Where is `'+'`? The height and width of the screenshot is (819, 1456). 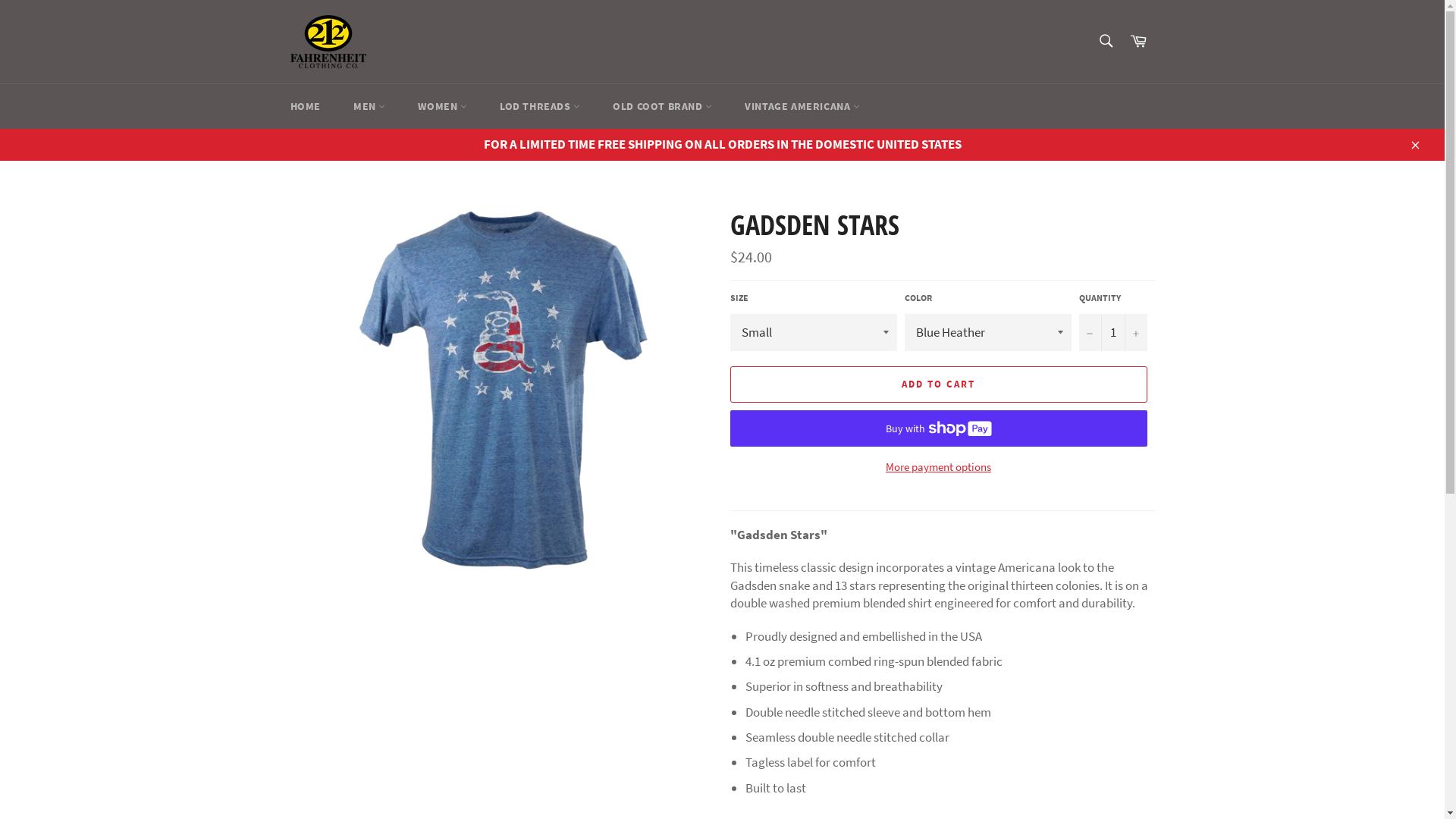 '+' is located at coordinates (1135, 331).